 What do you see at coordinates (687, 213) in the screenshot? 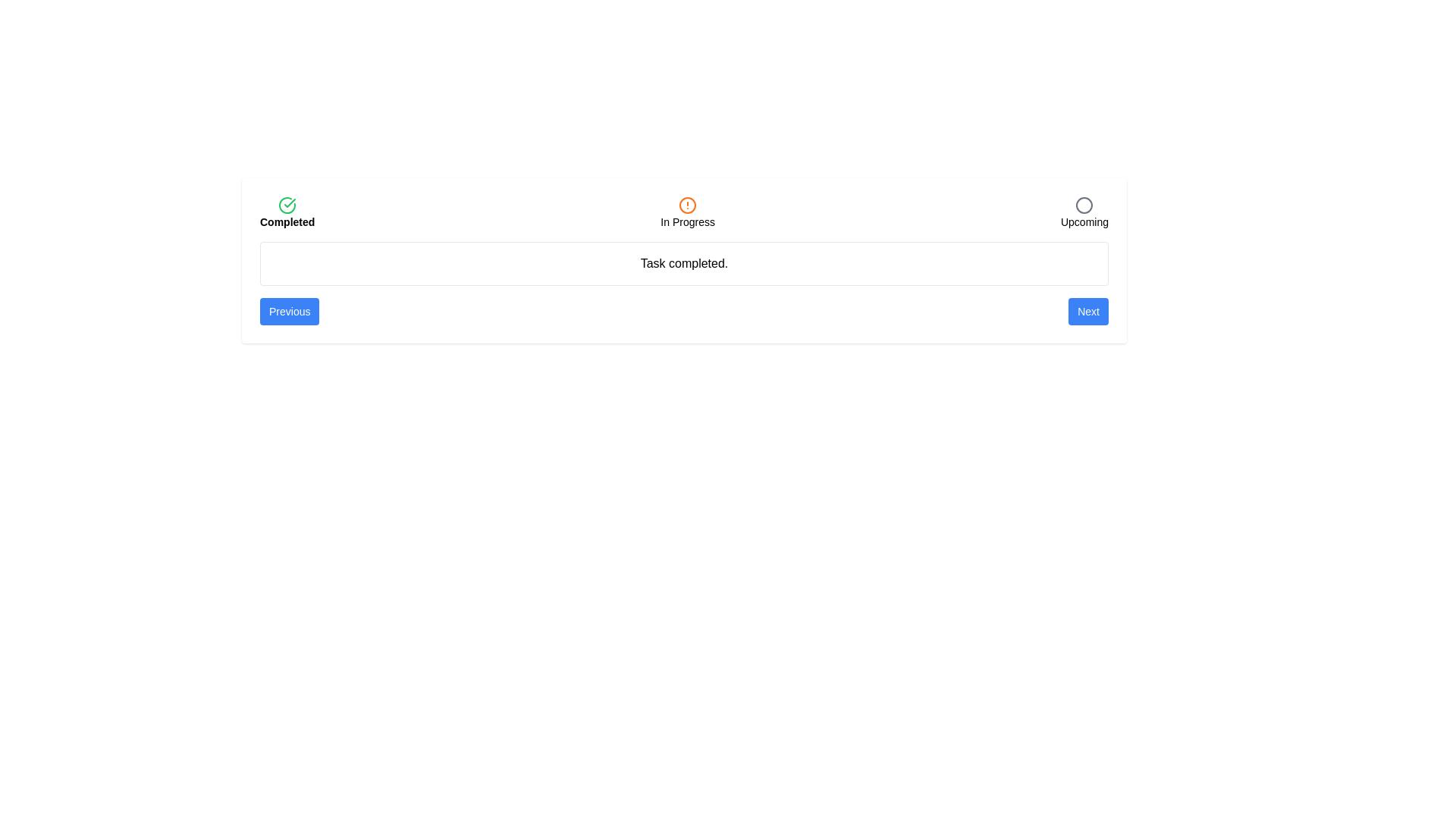
I see `the Status Indicator, which features an orange circular icon with an exclamation mark and the text 'In Progress'` at bounding box center [687, 213].